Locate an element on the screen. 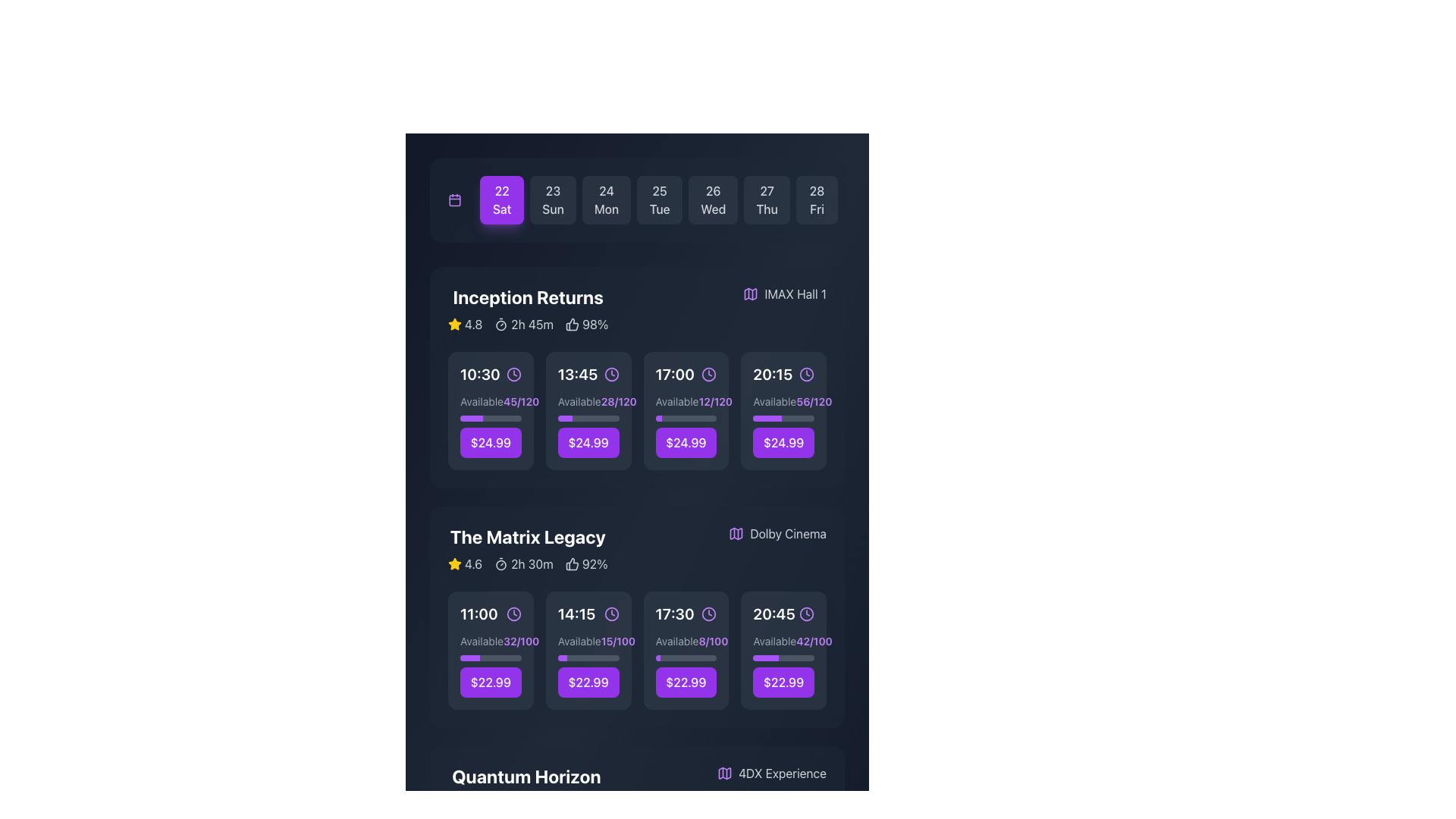 The image size is (1456, 819). the Text label that provides information about the available seats for the '20:45' showtime of 'The Matrix Legacy', located to the left of the numeric indicator '42/100' is located at coordinates (774, 641).